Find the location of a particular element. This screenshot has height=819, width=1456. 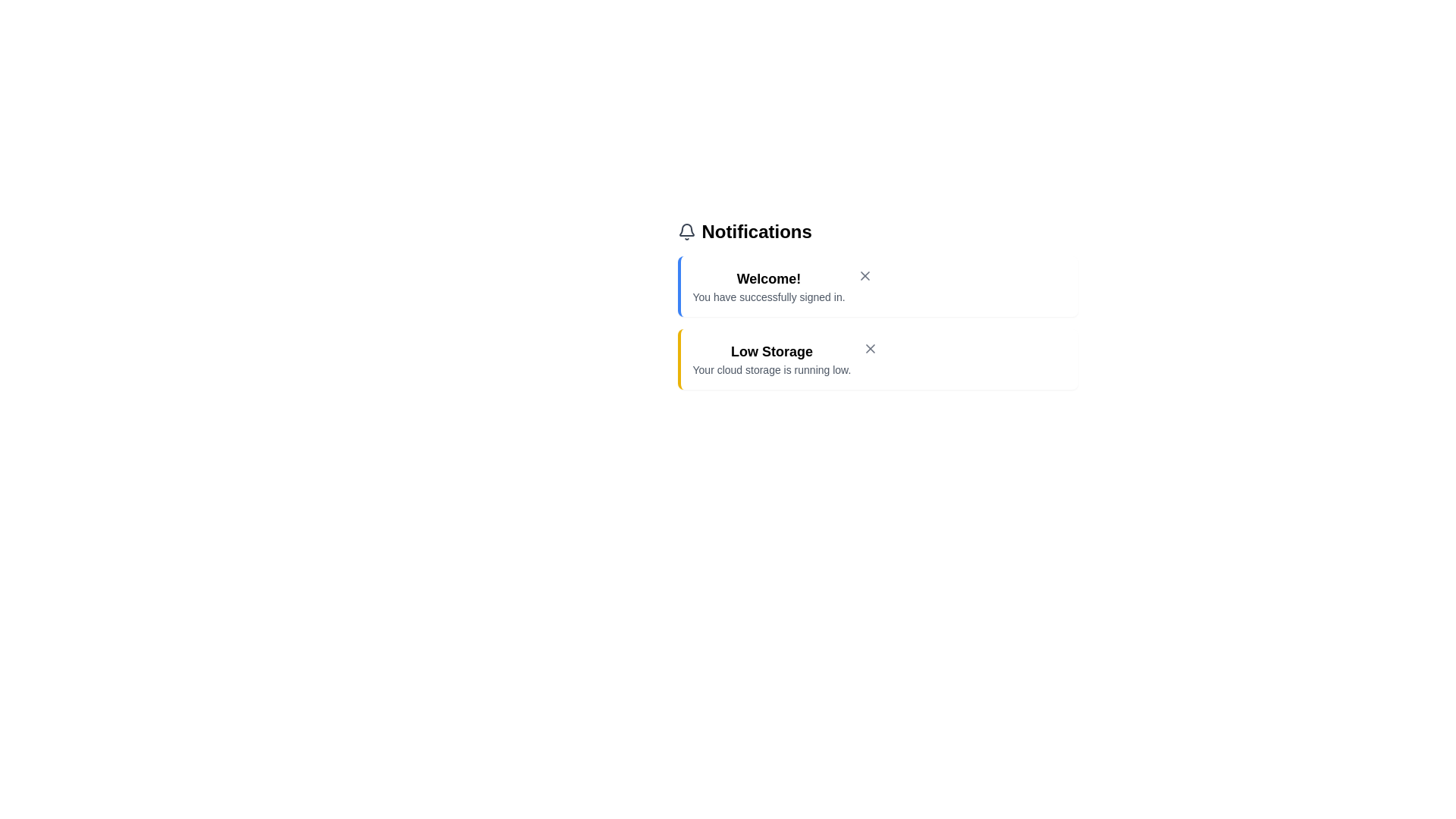

content displayed in the text component within the first notification box, which includes 'Welcome!' in bold and 'You have successfully signed in.' in smaller font beneath it is located at coordinates (768, 287).